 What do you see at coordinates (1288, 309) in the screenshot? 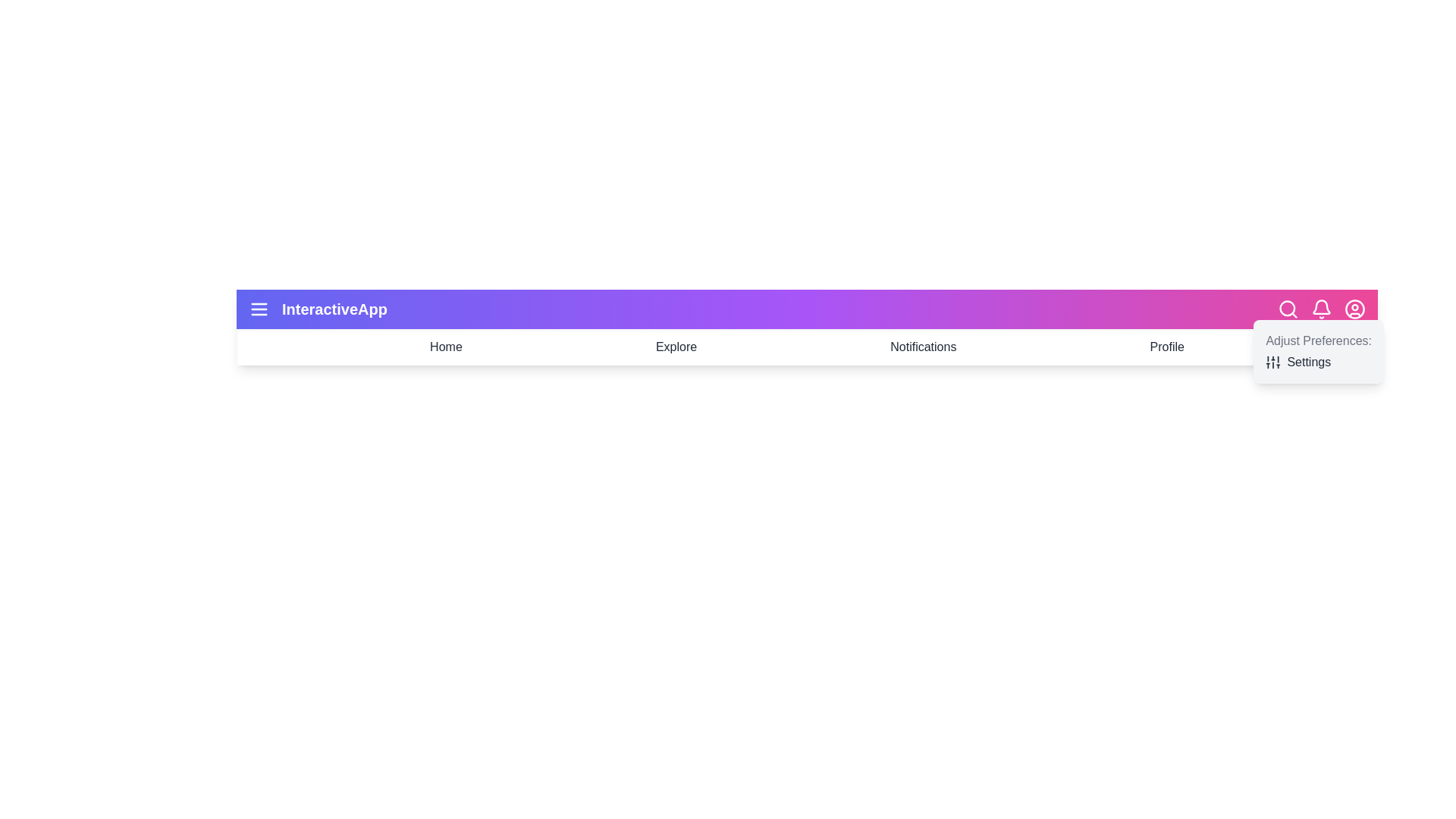
I see `the search icon to open the search functionality` at bounding box center [1288, 309].